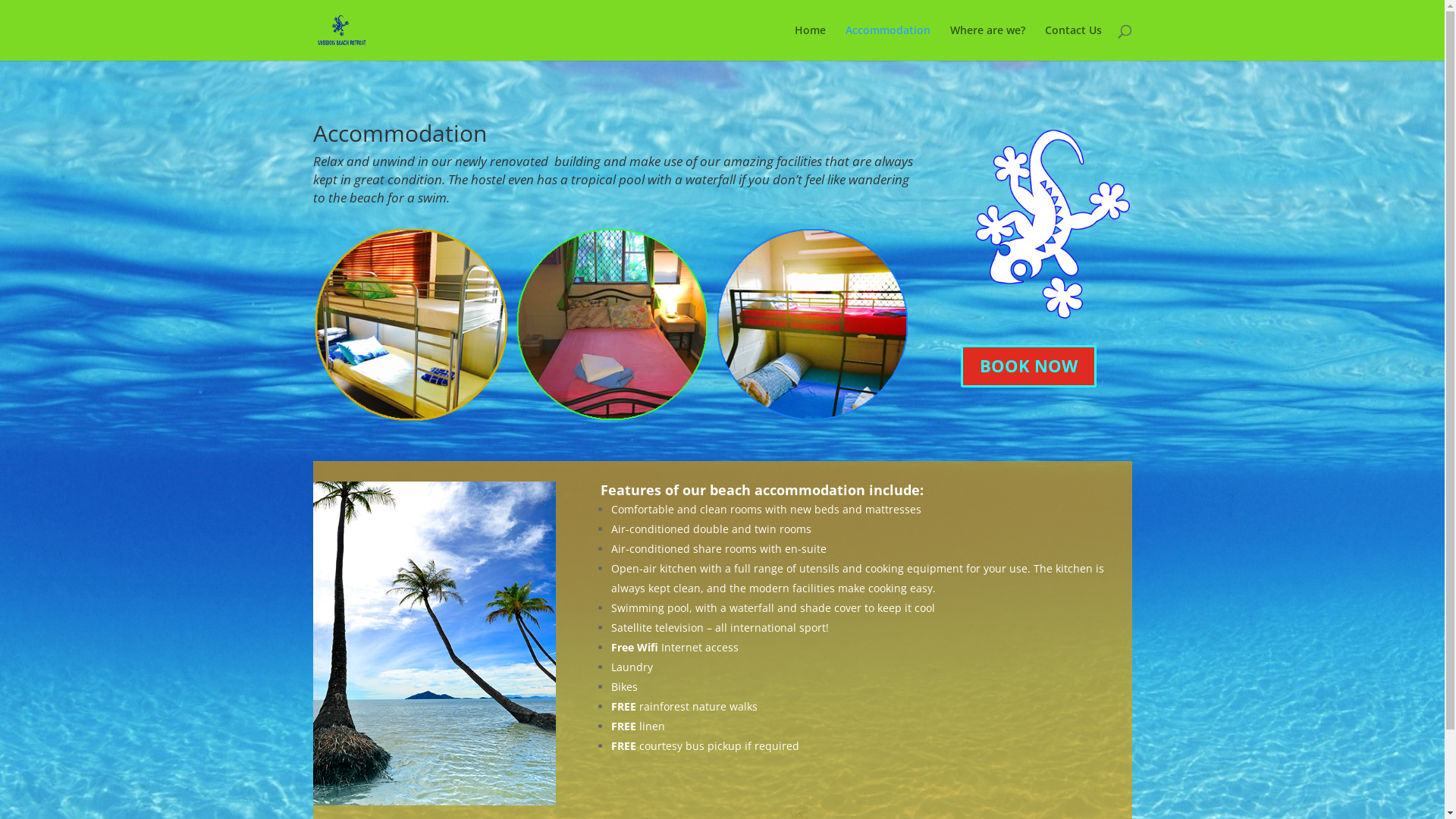  I want to click on 'Where are we?', so click(987, 42).